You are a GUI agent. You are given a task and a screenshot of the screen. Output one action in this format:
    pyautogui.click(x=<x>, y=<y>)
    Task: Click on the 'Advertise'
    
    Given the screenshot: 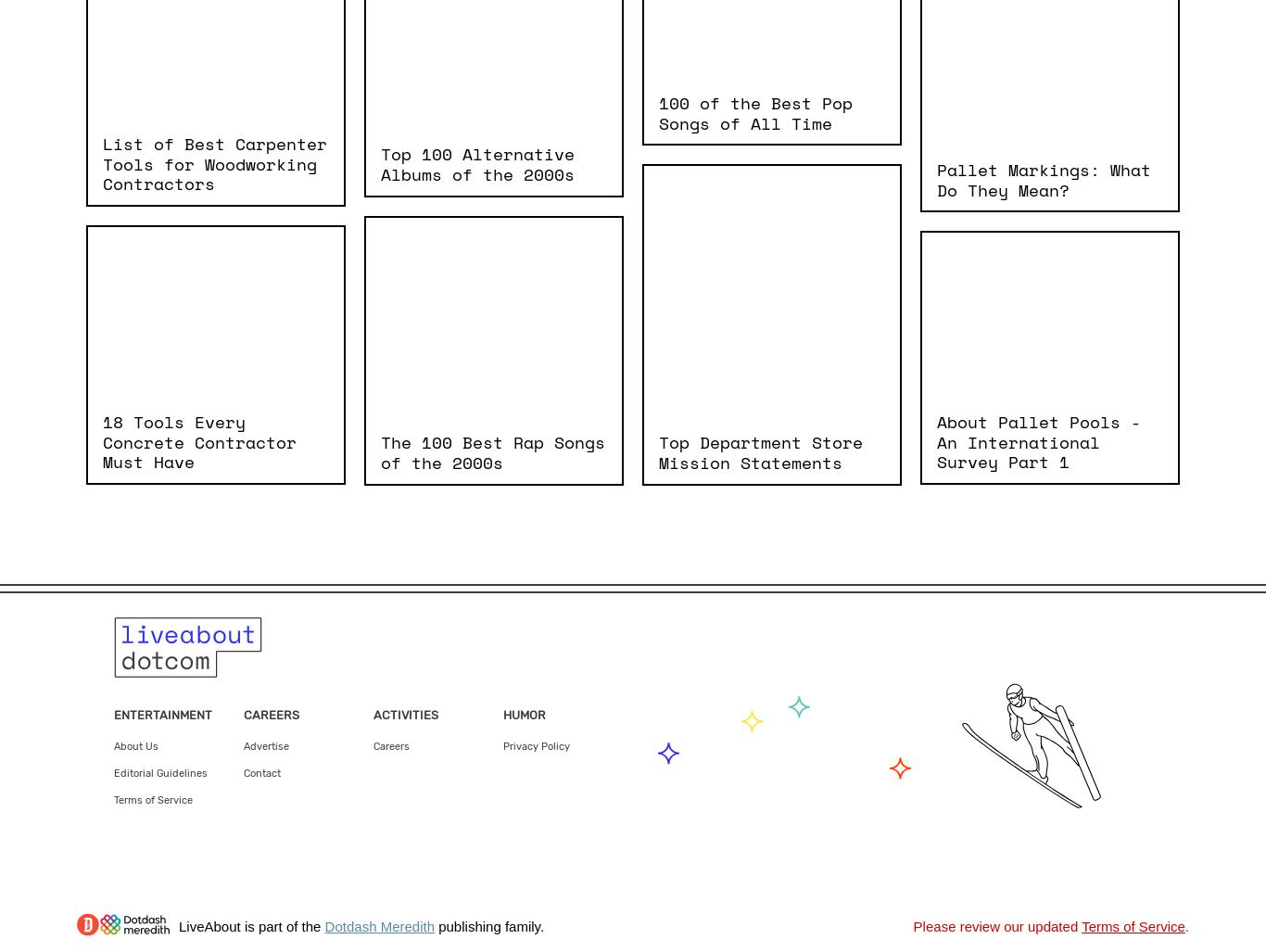 What is the action you would take?
    pyautogui.click(x=243, y=746)
    